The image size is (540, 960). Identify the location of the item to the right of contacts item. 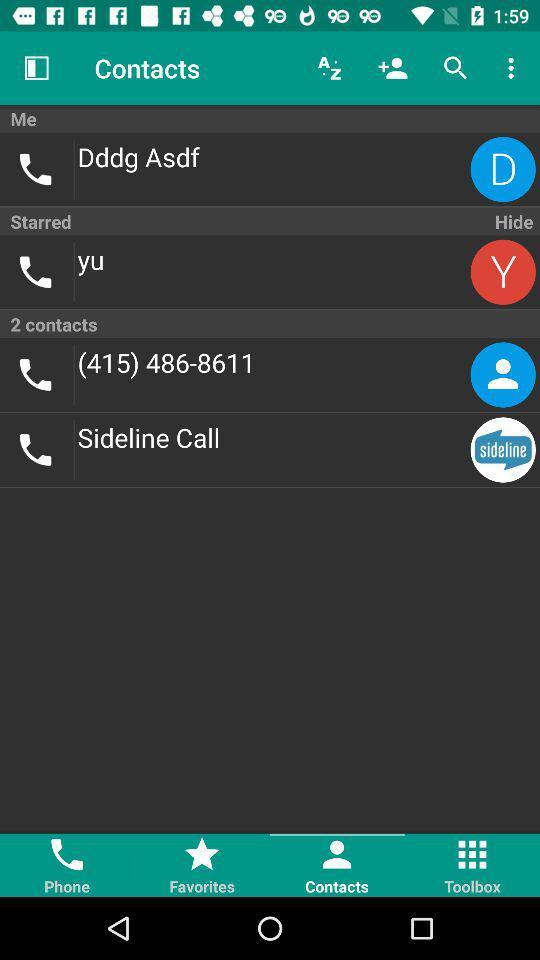
(329, 68).